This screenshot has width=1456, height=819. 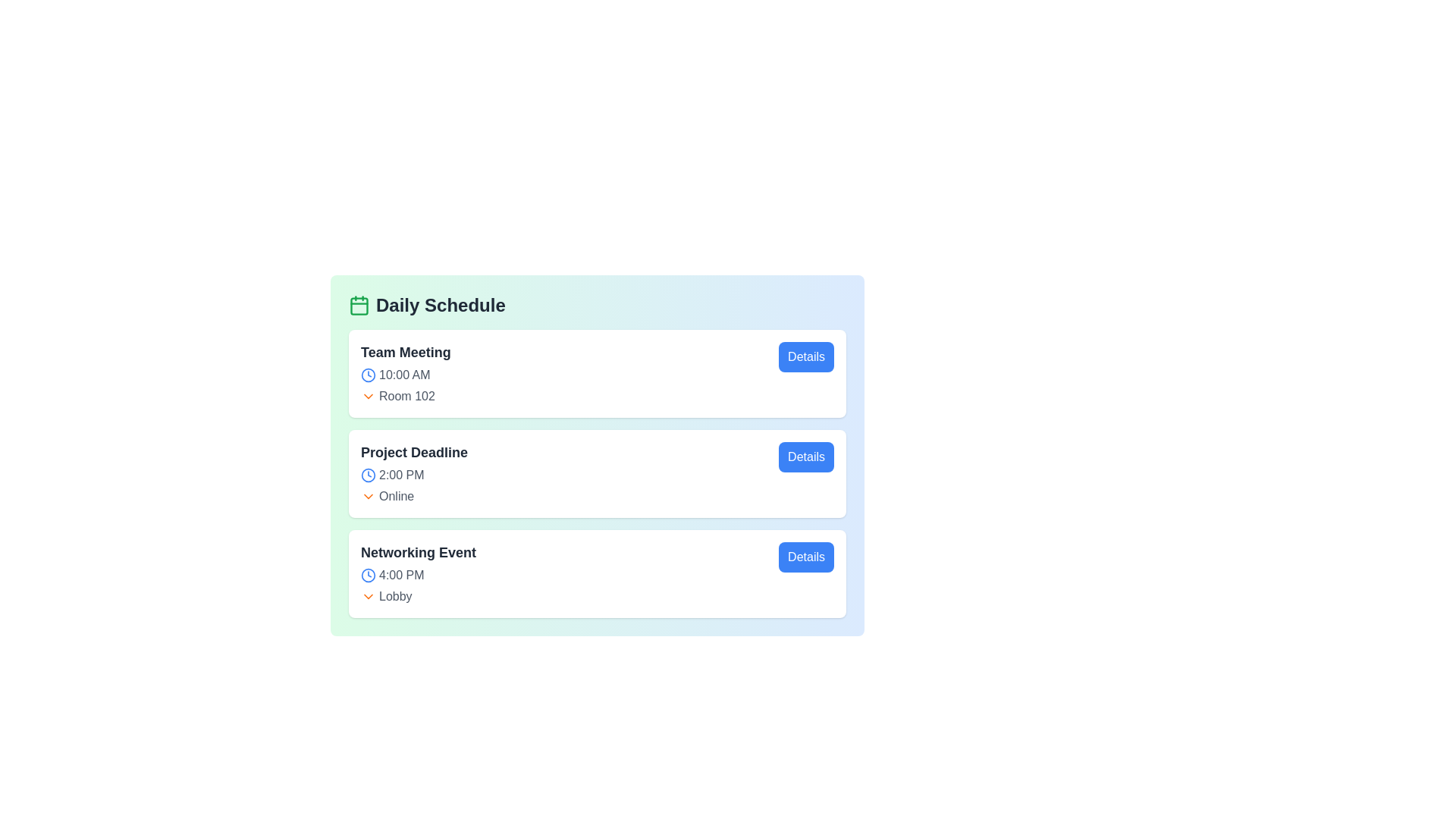 I want to click on the time displayed in the '10:00 AM' text with a clock icon, located under the 'Team Meeting' section of the 'Daily Schedule', so click(x=406, y=375).